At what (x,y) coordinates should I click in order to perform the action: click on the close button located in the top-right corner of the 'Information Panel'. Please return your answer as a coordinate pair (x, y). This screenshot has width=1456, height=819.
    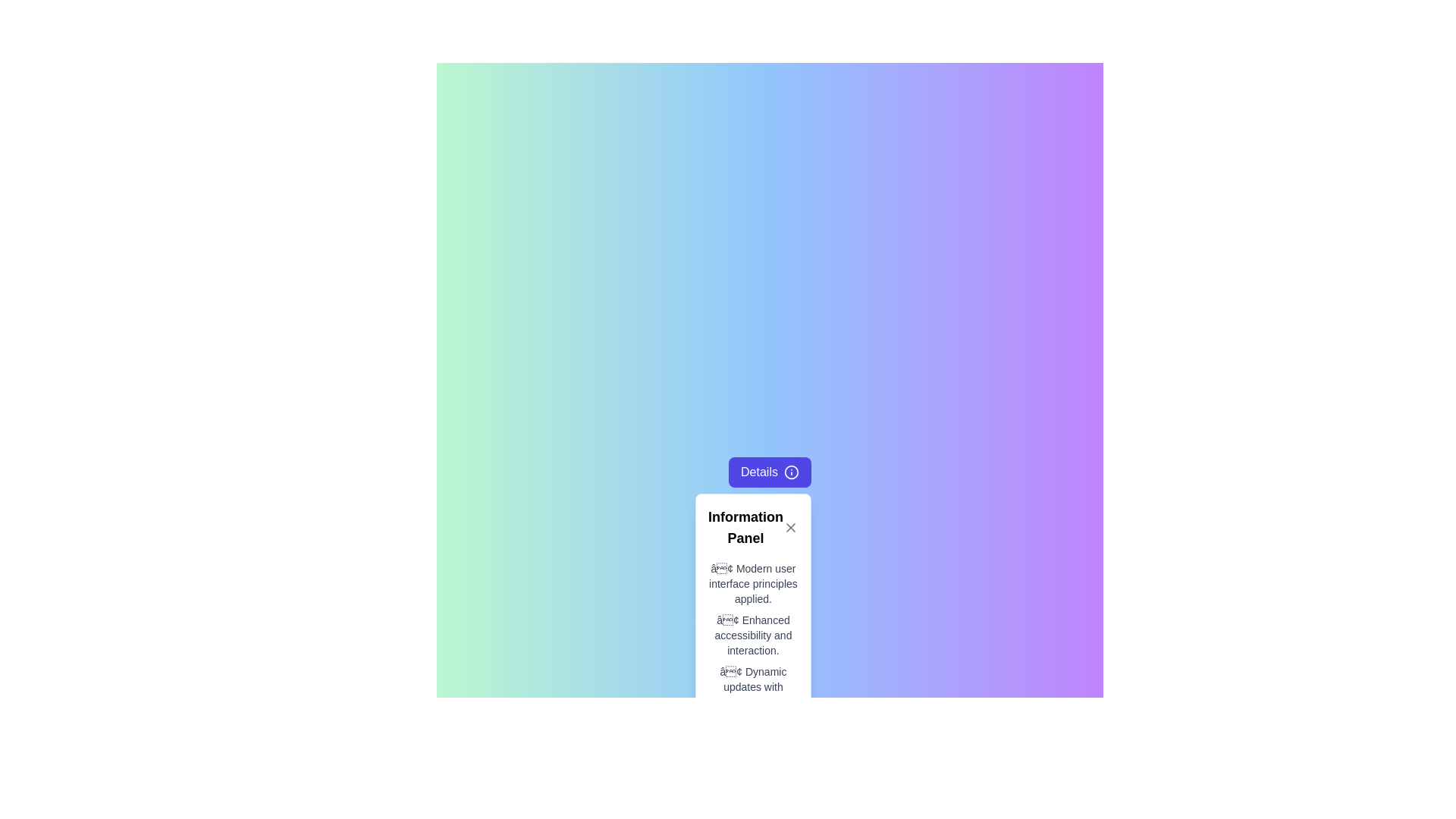
    Looking at the image, I should click on (789, 526).